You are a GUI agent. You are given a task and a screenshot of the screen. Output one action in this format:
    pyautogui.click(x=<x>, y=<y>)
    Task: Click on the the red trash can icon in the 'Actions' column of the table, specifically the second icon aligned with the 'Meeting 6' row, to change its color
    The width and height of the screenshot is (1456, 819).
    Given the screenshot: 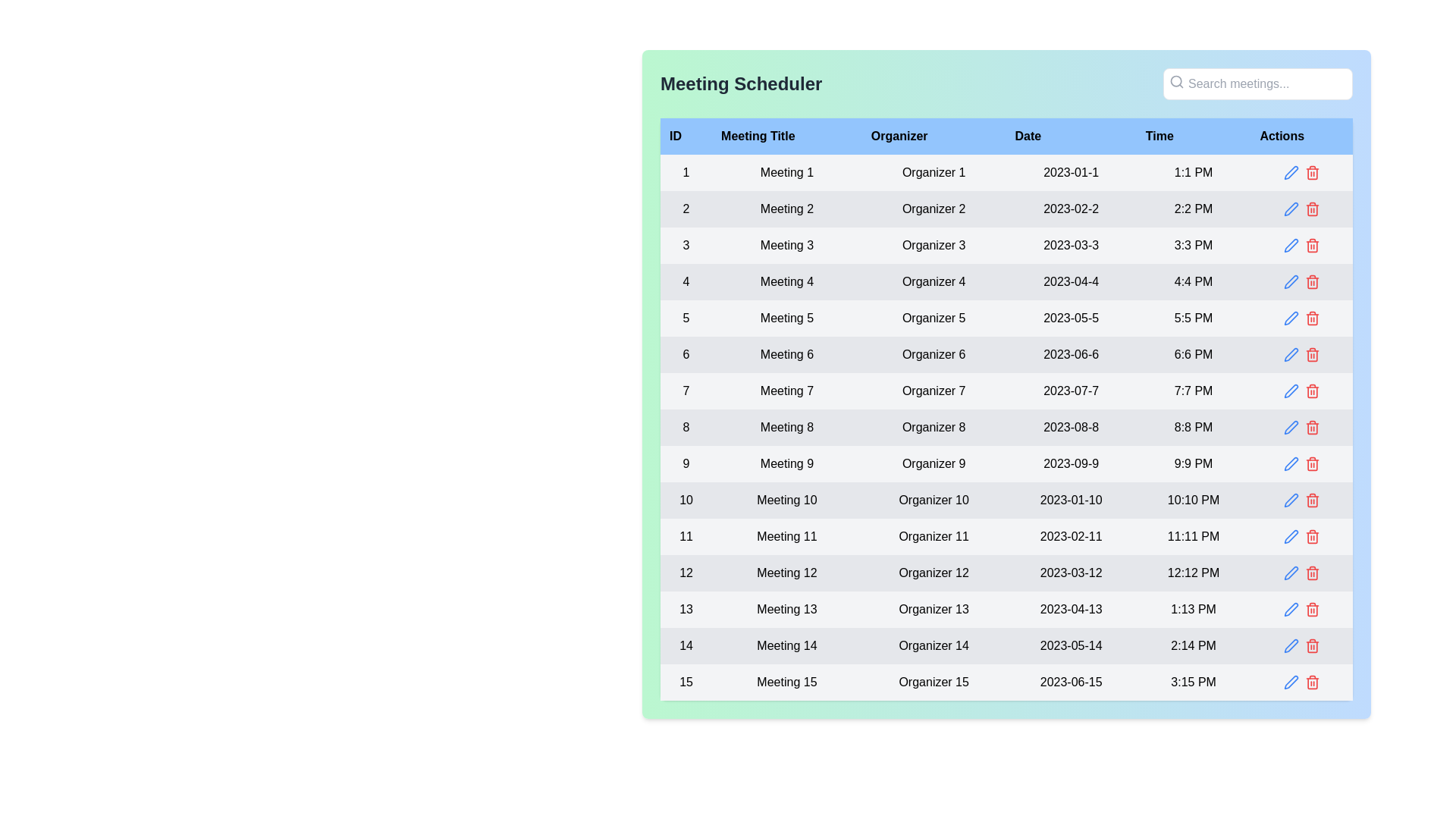 What is the action you would take?
    pyautogui.click(x=1311, y=354)
    